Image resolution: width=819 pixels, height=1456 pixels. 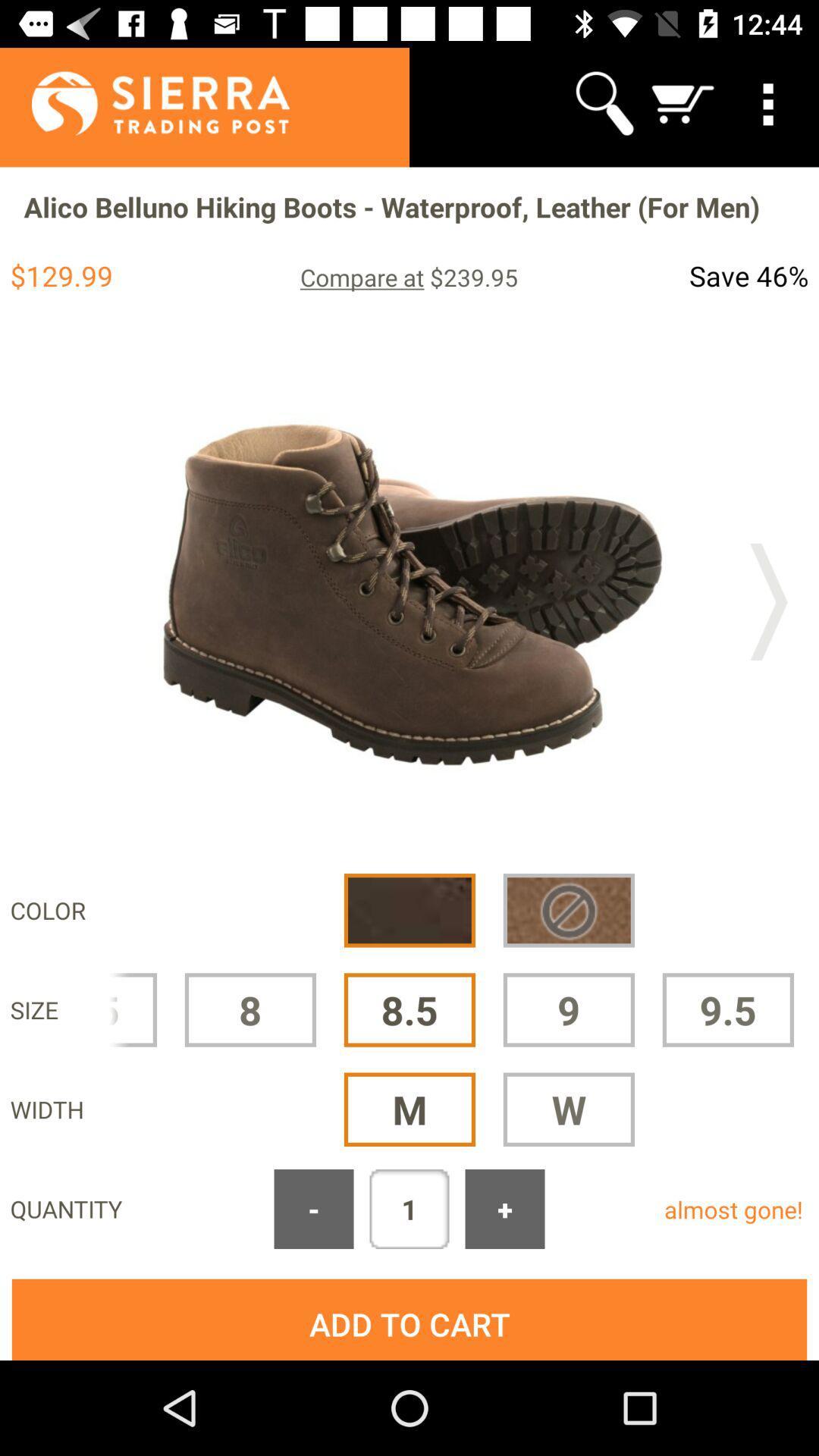 I want to click on the app above the alico belluno hiking item, so click(x=144, y=102).